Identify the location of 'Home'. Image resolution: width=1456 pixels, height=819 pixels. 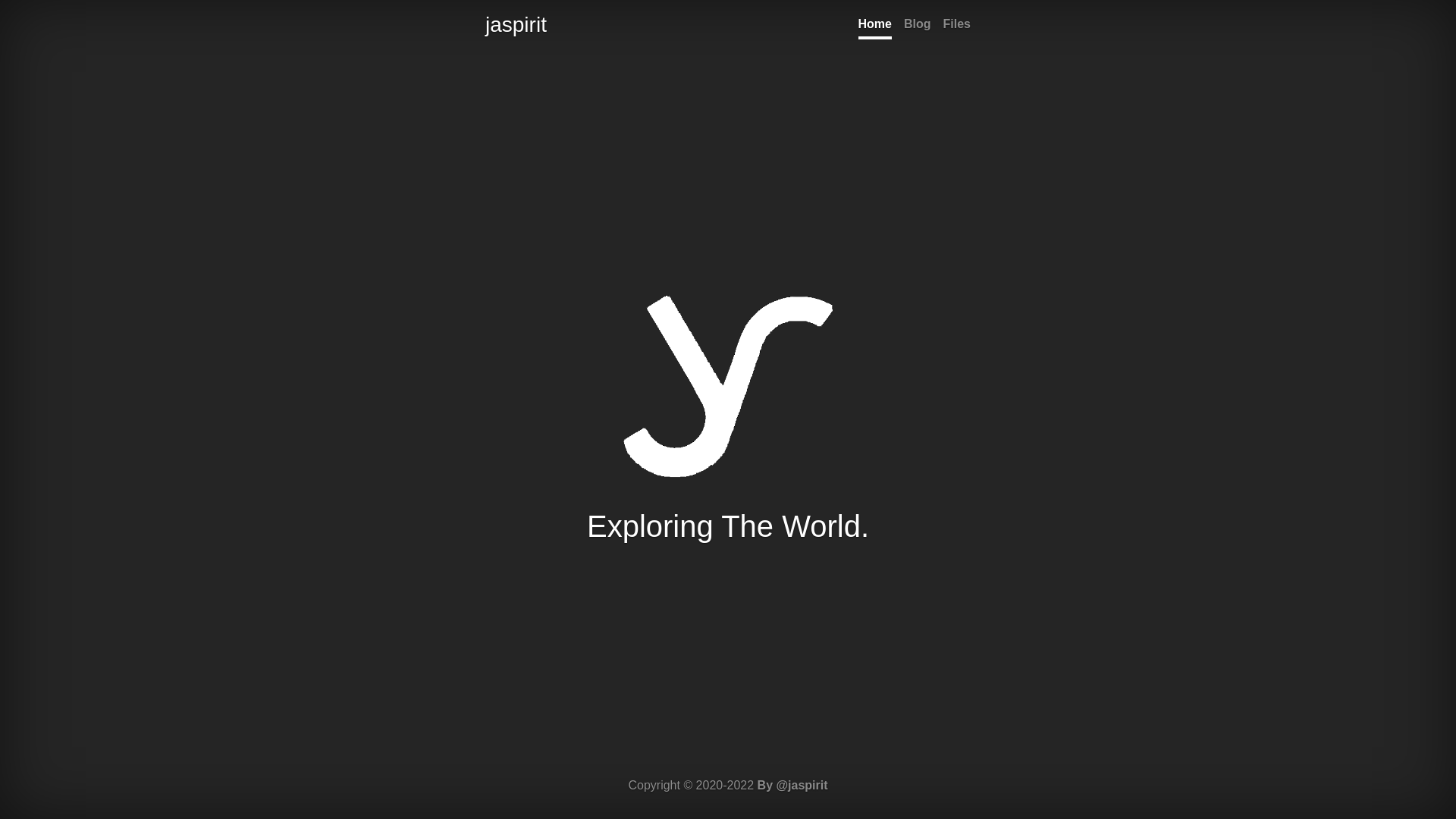
(874, 26).